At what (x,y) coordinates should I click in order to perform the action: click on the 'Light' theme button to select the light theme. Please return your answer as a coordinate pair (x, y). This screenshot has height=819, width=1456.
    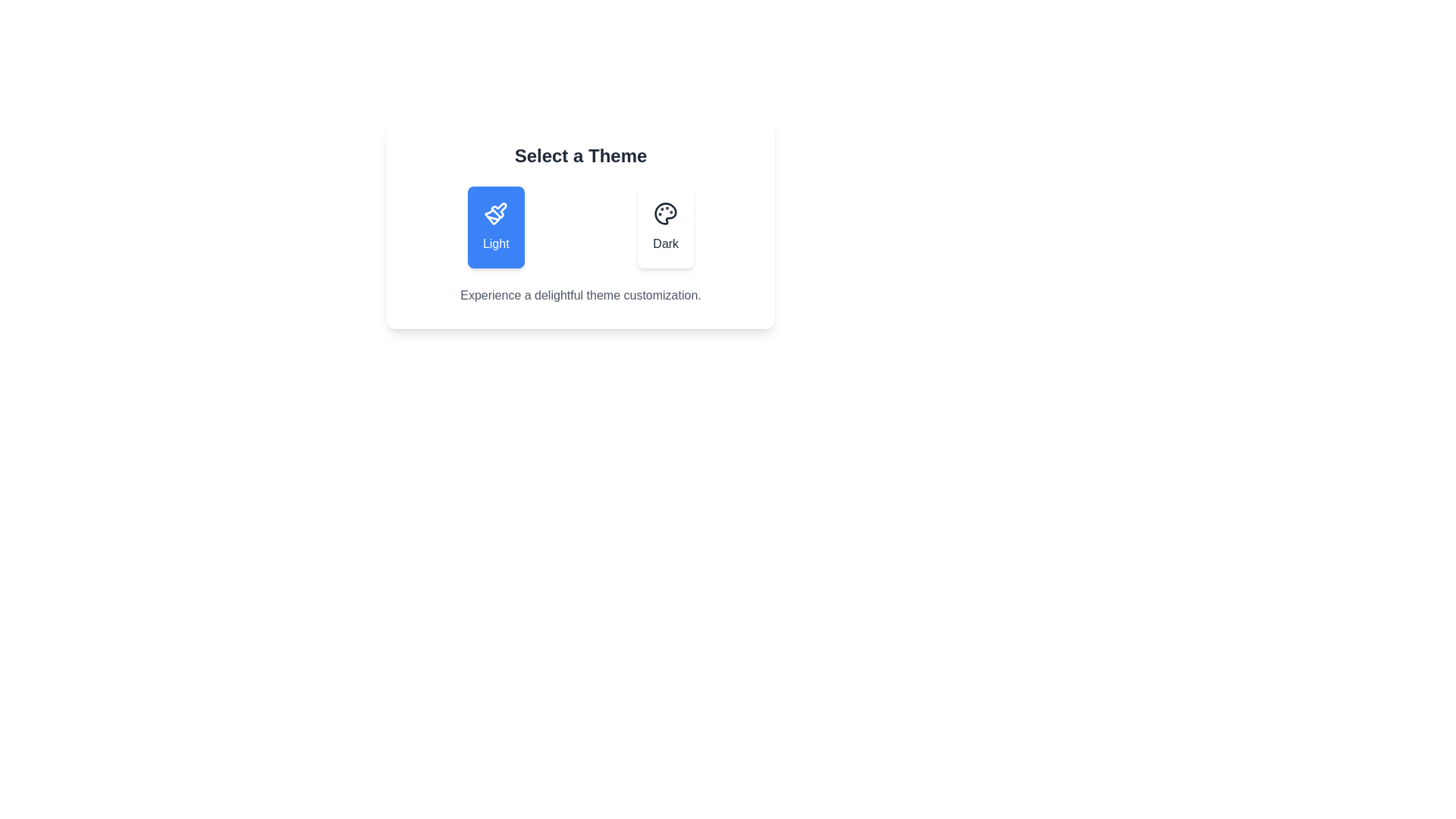
    Looking at the image, I should click on (495, 227).